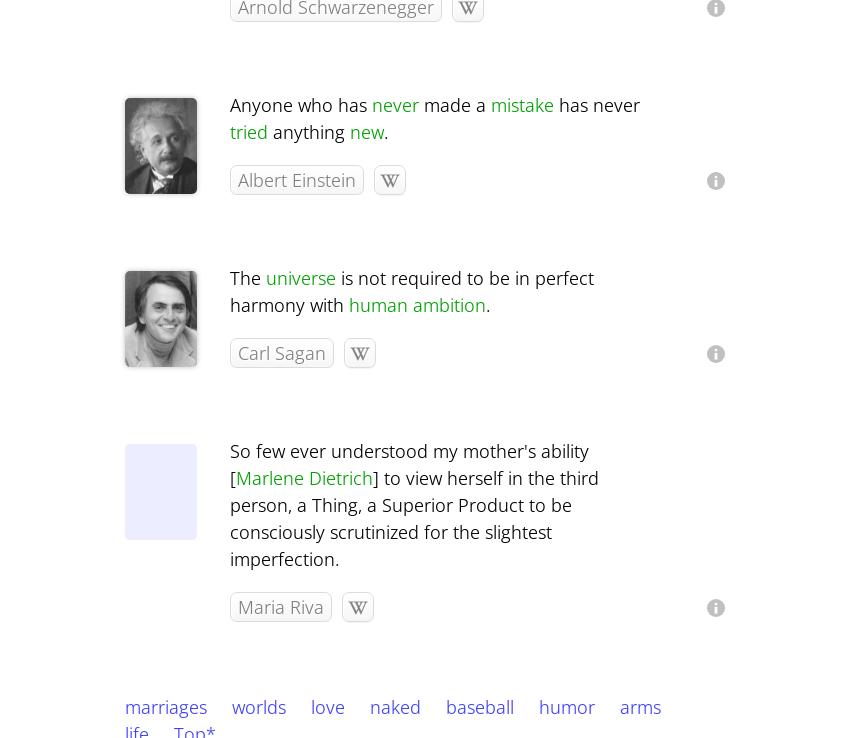 The width and height of the screenshot is (850, 738). What do you see at coordinates (300, 278) in the screenshot?
I see `'universe'` at bounding box center [300, 278].